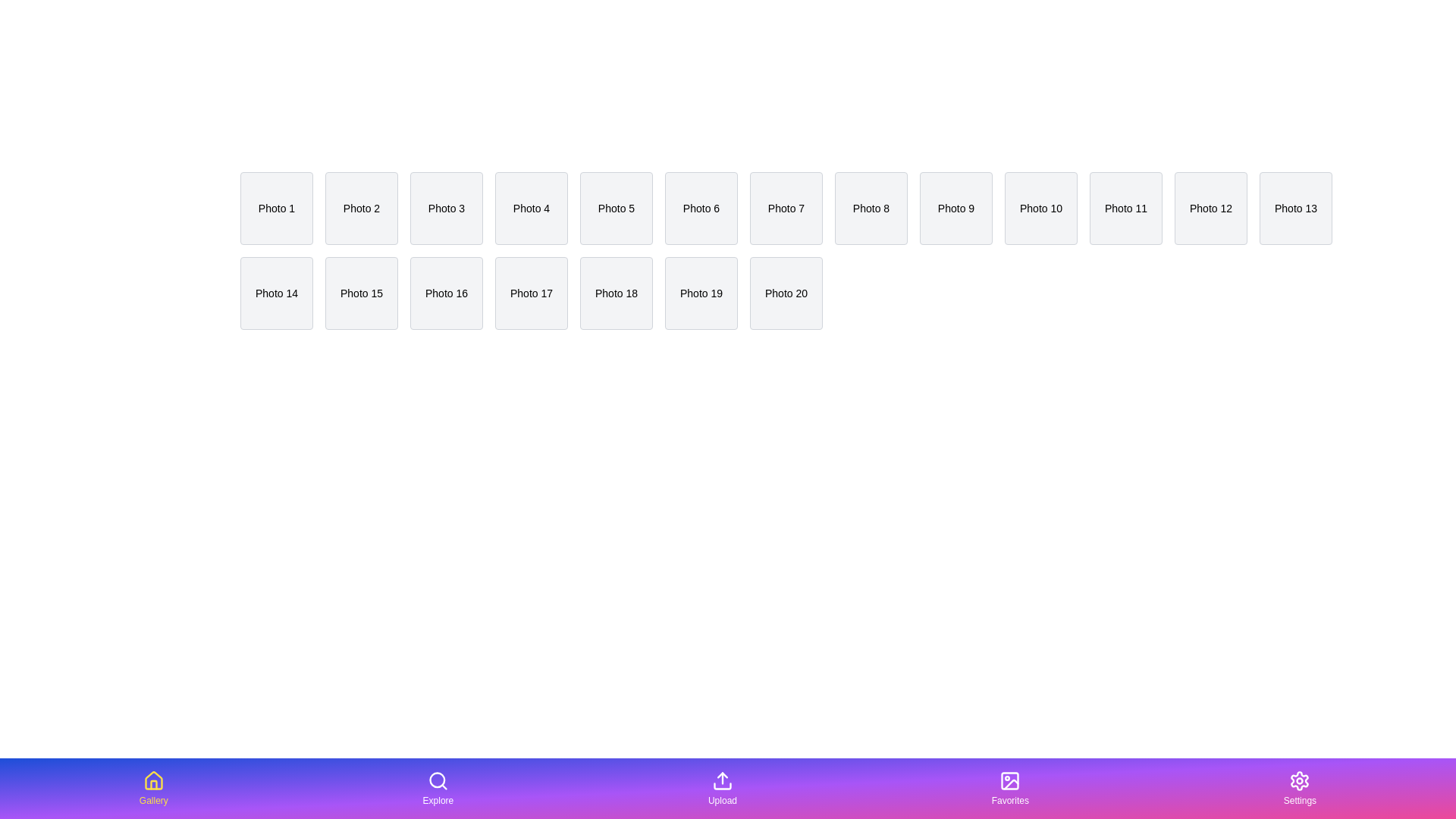 The width and height of the screenshot is (1456, 819). What do you see at coordinates (722, 788) in the screenshot?
I see `the tab labeled Upload in the bottom navigation bar` at bounding box center [722, 788].